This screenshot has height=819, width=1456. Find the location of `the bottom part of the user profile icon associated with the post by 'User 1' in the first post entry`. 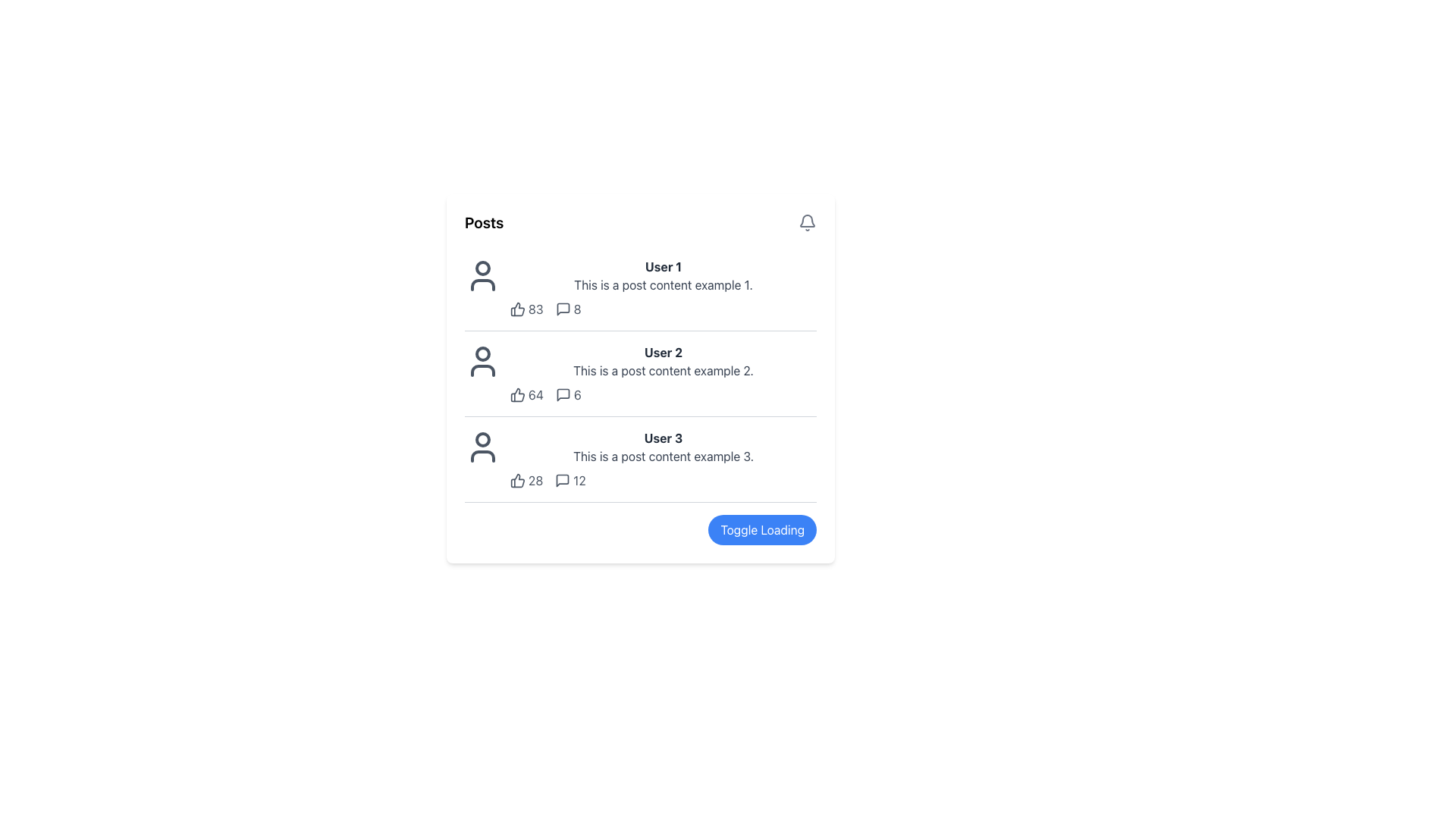

the bottom part of the user profile icon associated with the post by 'User 1' in the first post entry is located at coordinates (482, 284).